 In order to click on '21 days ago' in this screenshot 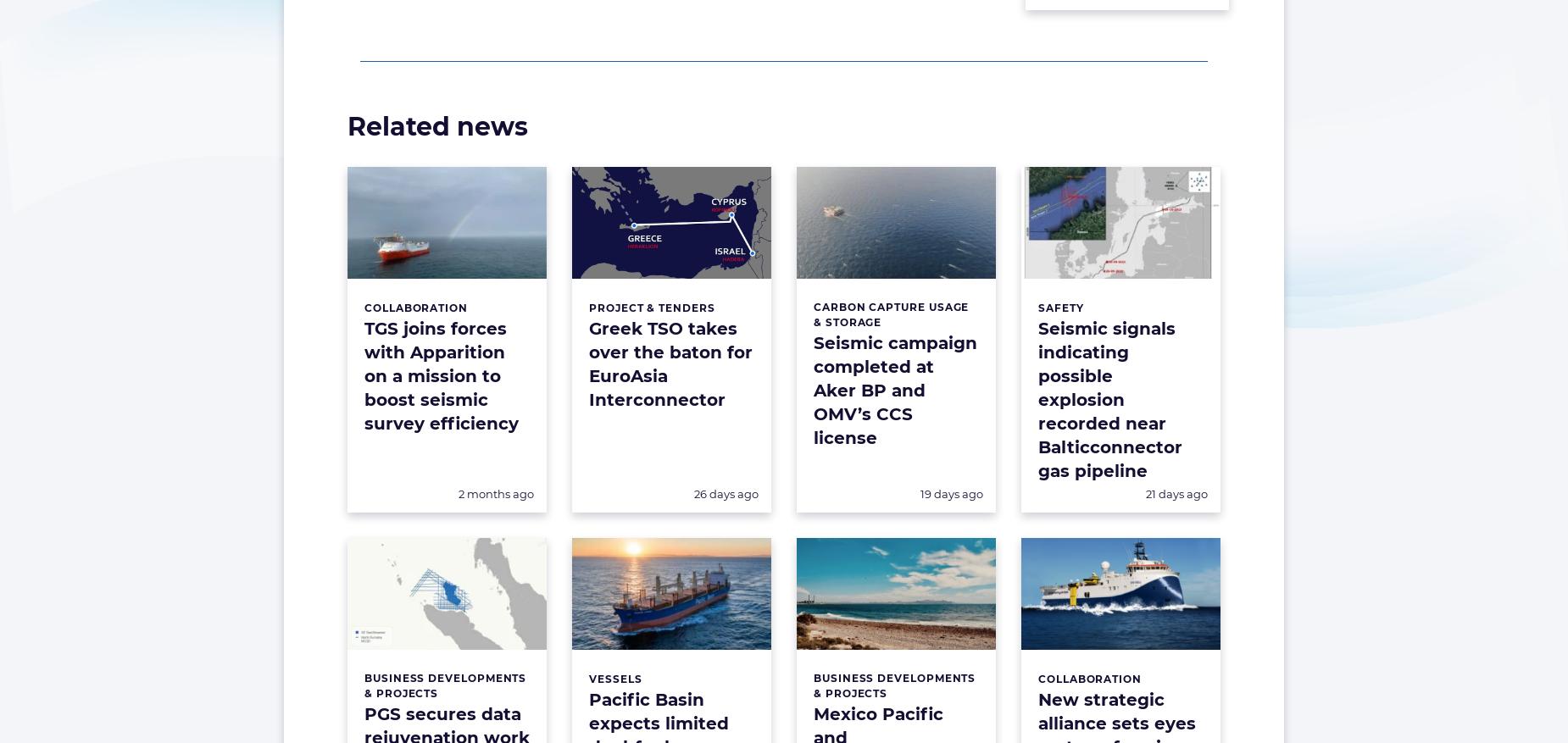, I will do `click(1176, 492)`.